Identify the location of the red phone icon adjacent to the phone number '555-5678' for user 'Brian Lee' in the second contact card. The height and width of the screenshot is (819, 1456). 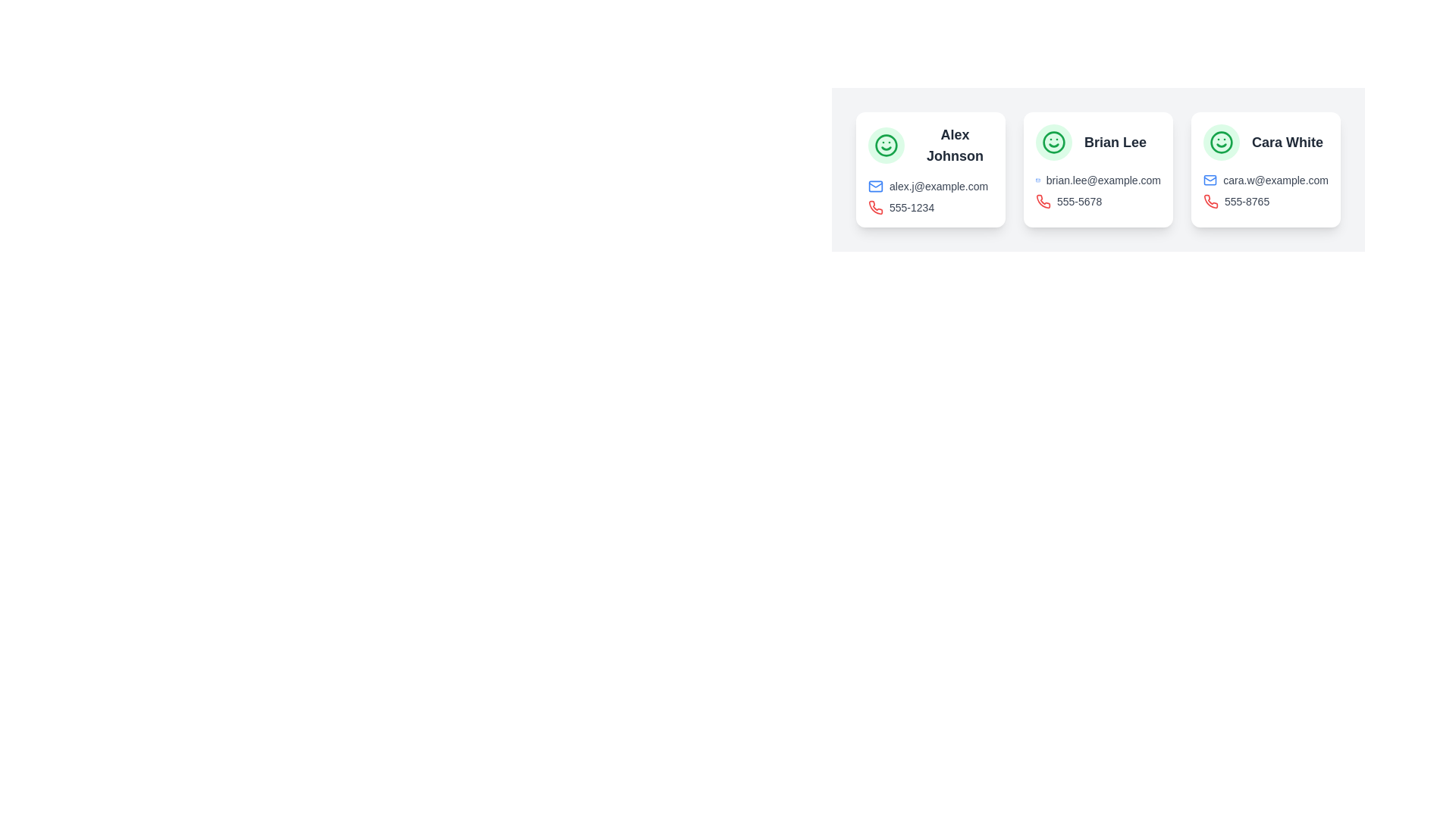
(1043, 201).